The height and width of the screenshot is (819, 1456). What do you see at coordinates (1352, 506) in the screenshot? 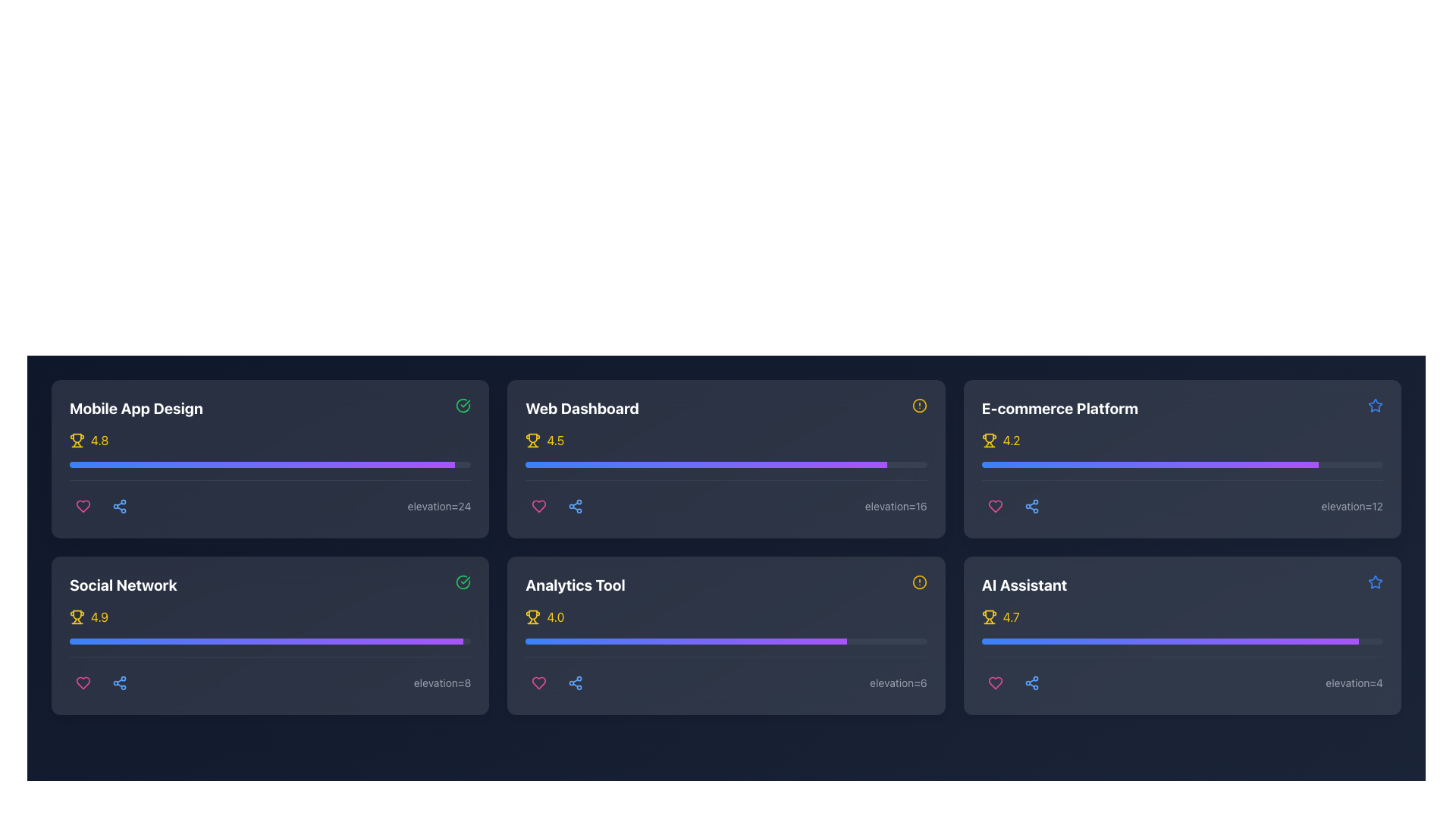
I see `the informational Text label displaying the elevation level in the E-commerce Platform section, located at the bottom-right corner of the card` at bounding box center [1352, 506].